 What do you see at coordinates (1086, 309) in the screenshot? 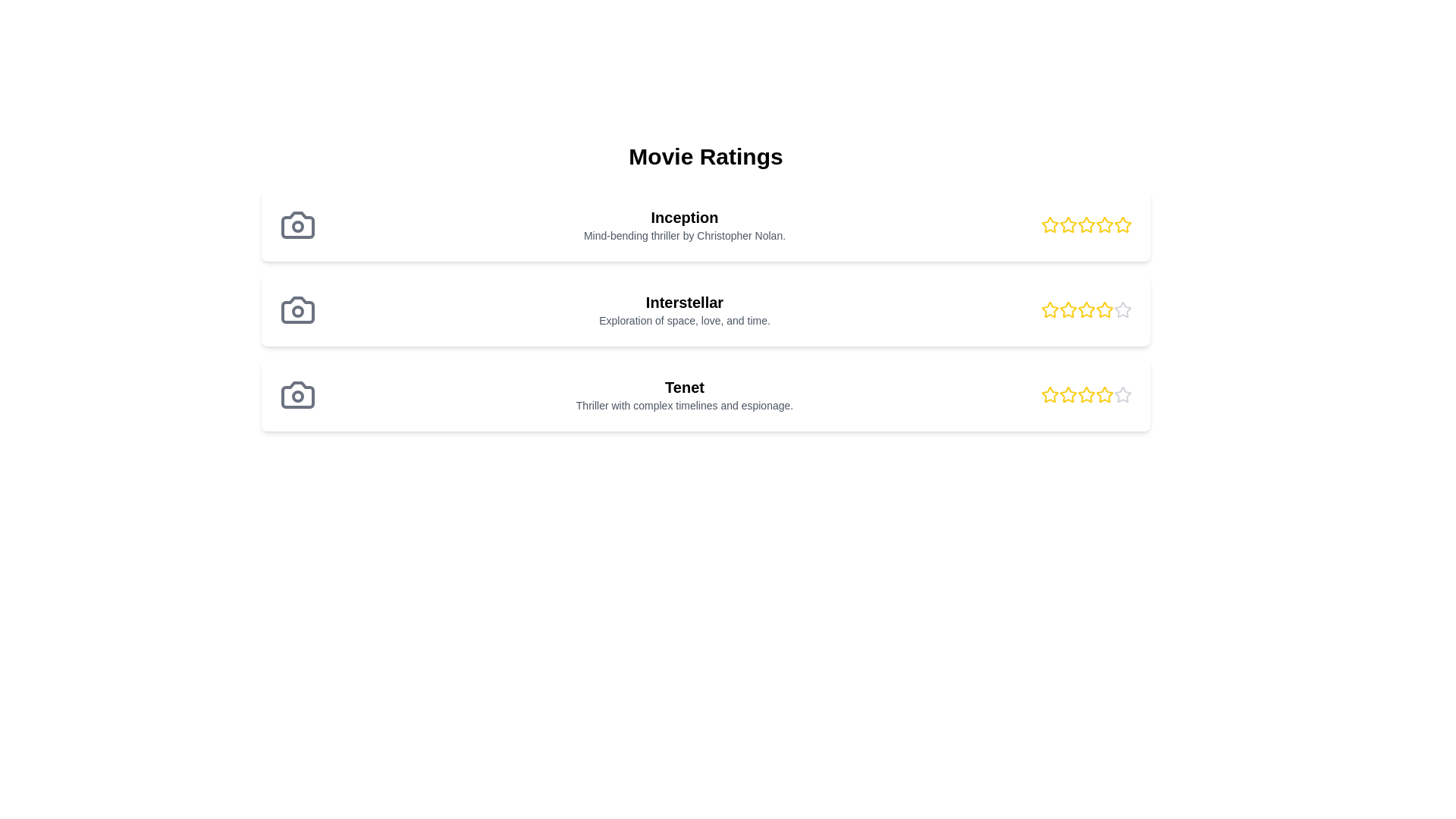
I see `the third star in the star-rating system` at bounding box center [1086, 309].